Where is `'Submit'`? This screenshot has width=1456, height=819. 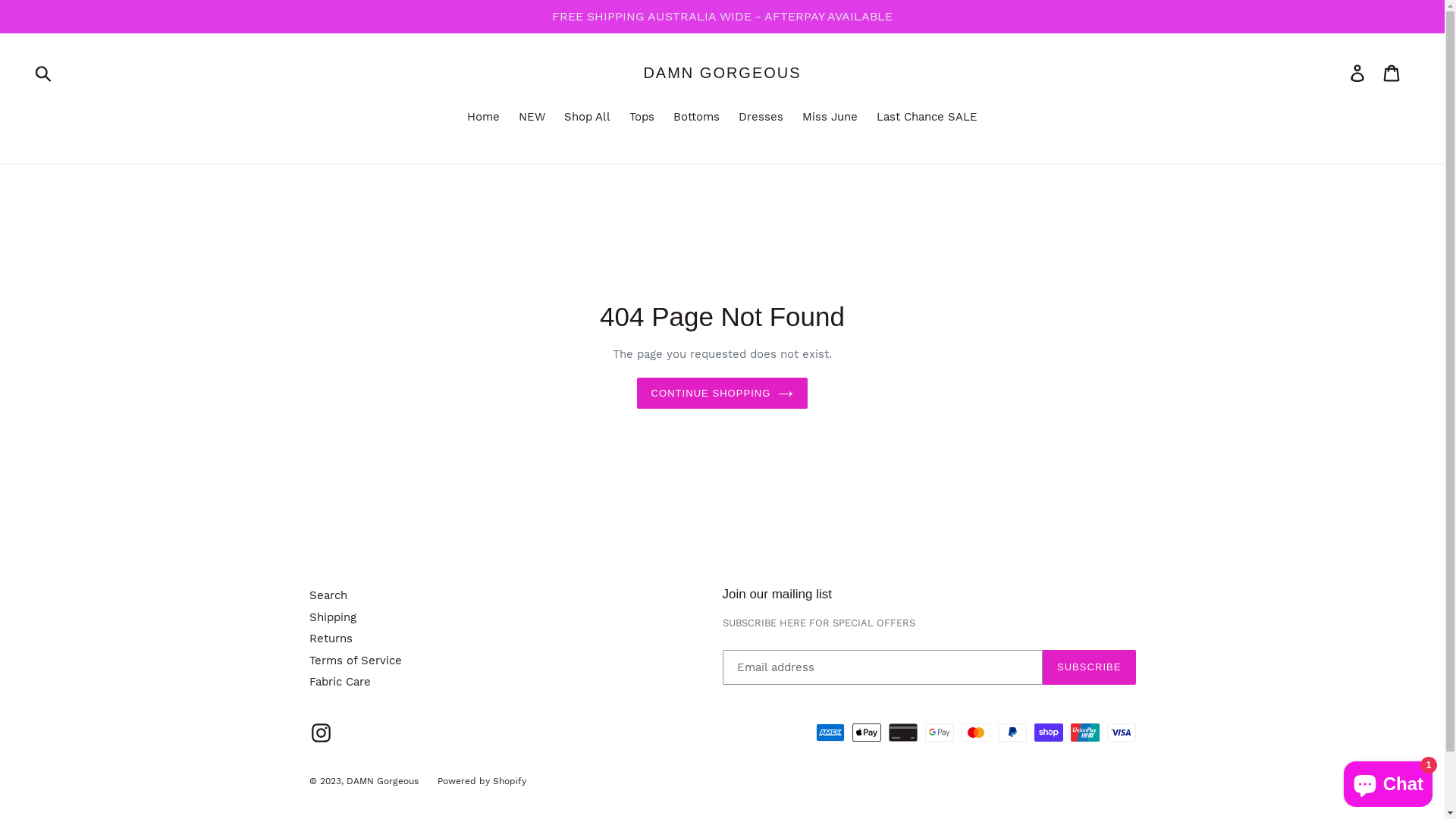 'Submit' is located at coordinates (44, 73).